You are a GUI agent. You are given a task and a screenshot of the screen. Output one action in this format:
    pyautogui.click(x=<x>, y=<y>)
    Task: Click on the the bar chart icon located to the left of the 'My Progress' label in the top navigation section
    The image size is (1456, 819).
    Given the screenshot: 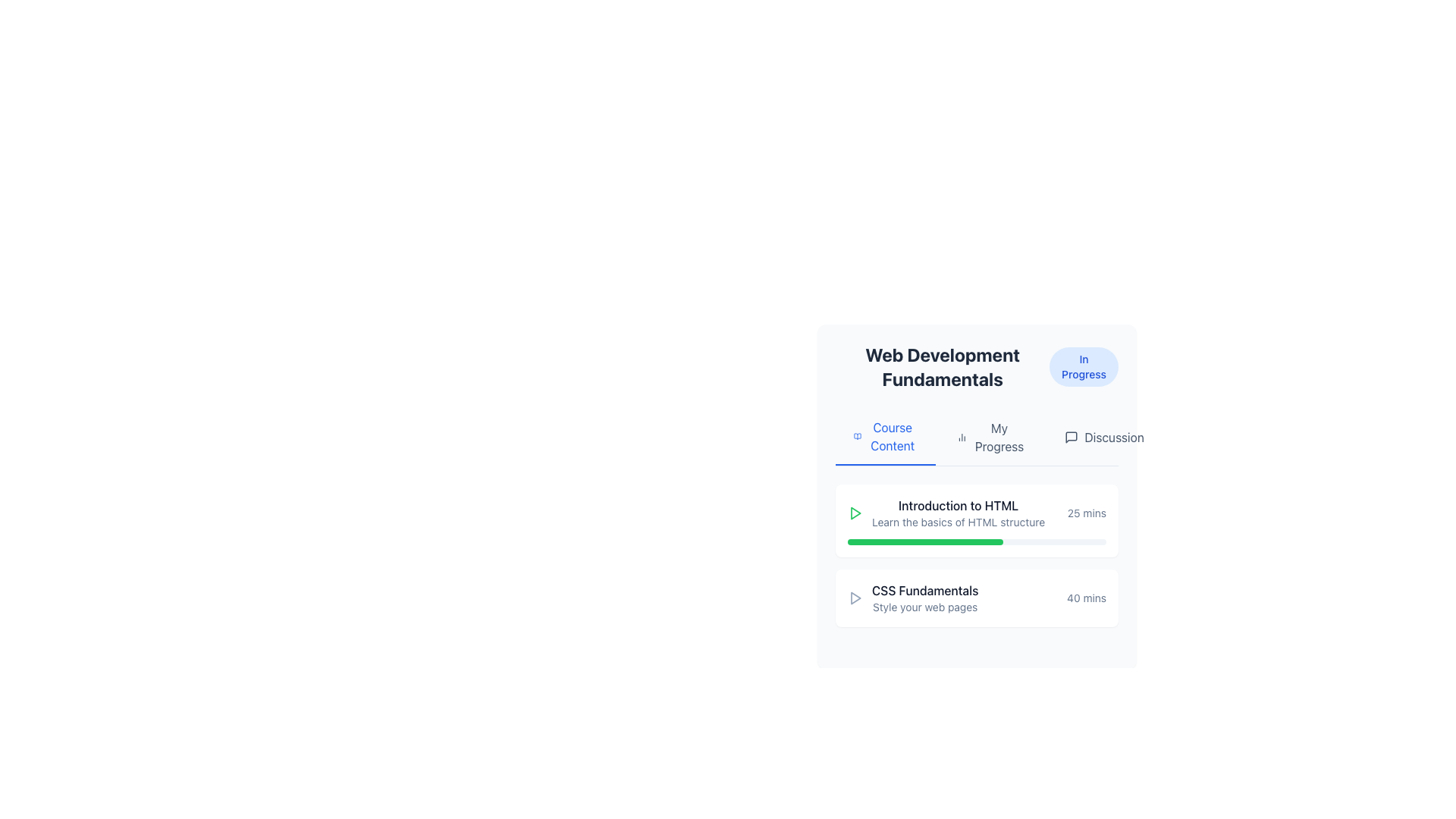 What is the action you would take?
    pyautogui.click(x=961, y=438)
    